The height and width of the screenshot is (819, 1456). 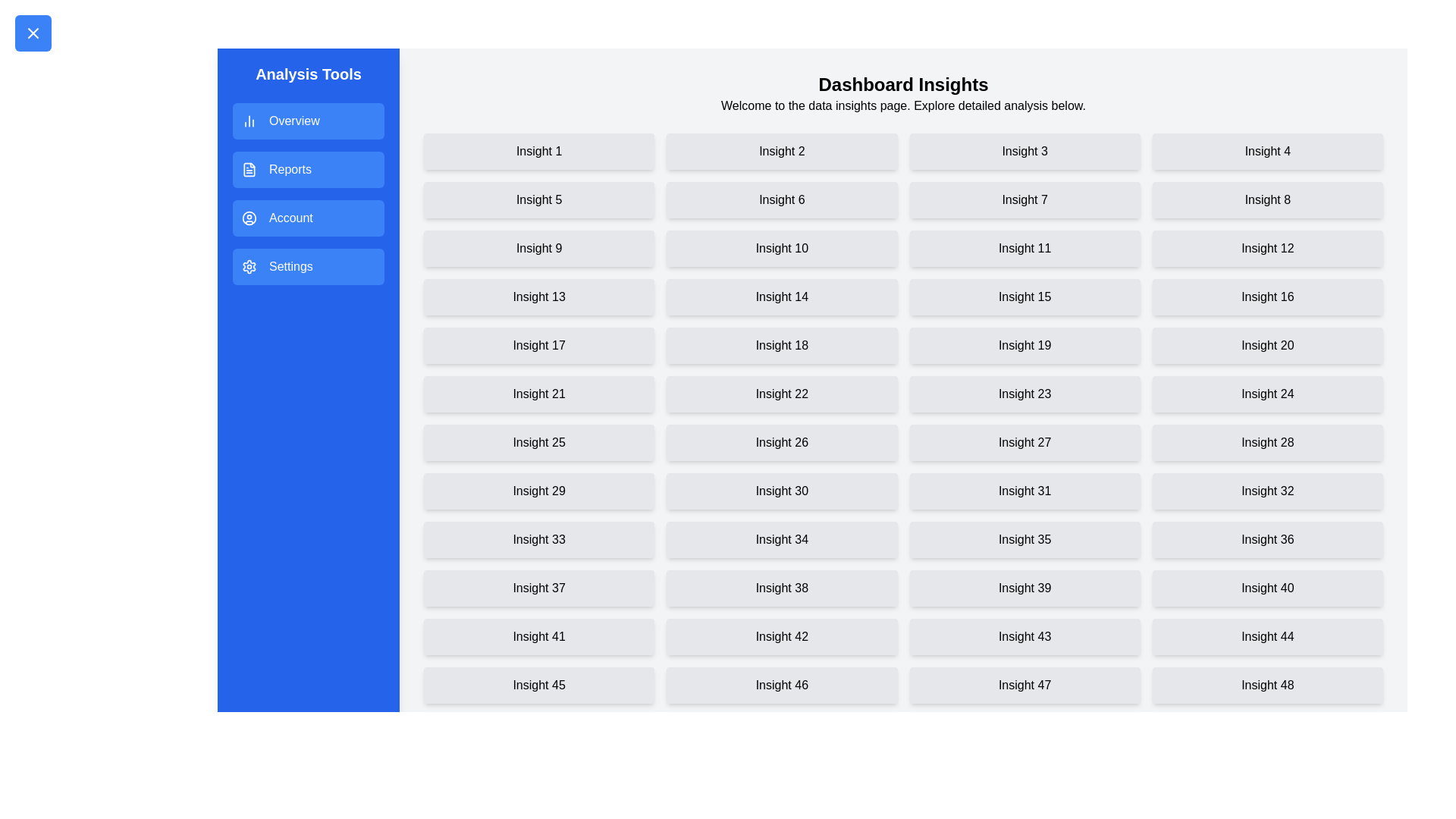 What do you see at coordinates (308, 120) in the screenshot?
I see `the menu item Overview in the drawer` at bounding box center [308, 120].